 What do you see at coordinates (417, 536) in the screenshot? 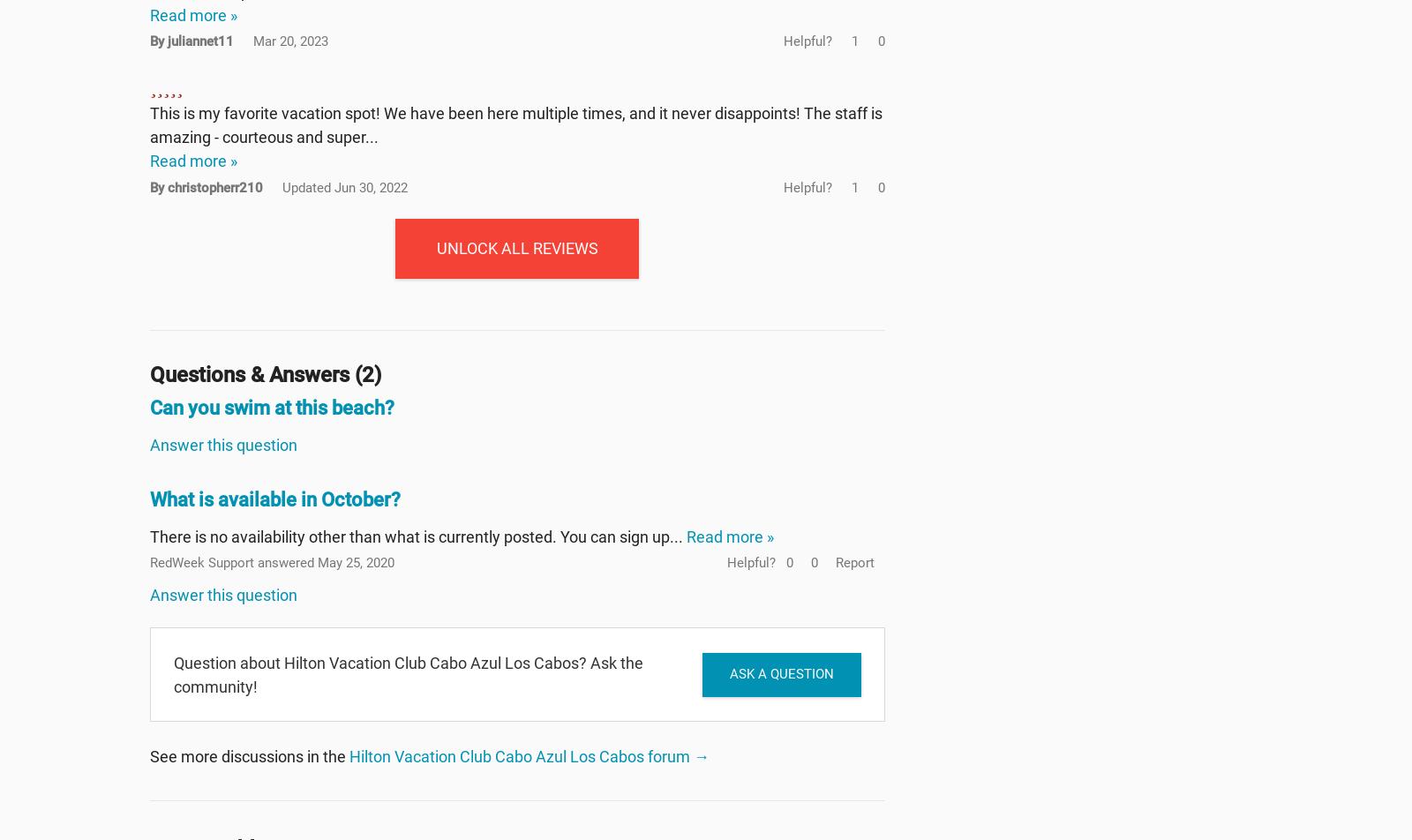
I see `'There is no availability other than what is currently posted. You can sign up...'` at bounding box center [417, 536].